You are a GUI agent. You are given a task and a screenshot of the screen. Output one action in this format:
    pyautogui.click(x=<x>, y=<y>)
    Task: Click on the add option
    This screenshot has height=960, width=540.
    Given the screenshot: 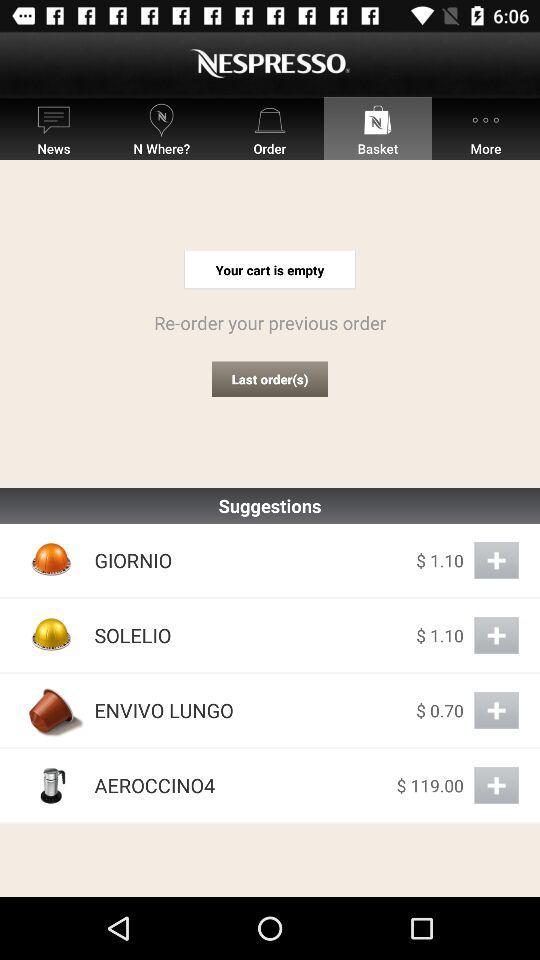 What is the action you would take?
    pyautogui.click(x=495, y=560)
    